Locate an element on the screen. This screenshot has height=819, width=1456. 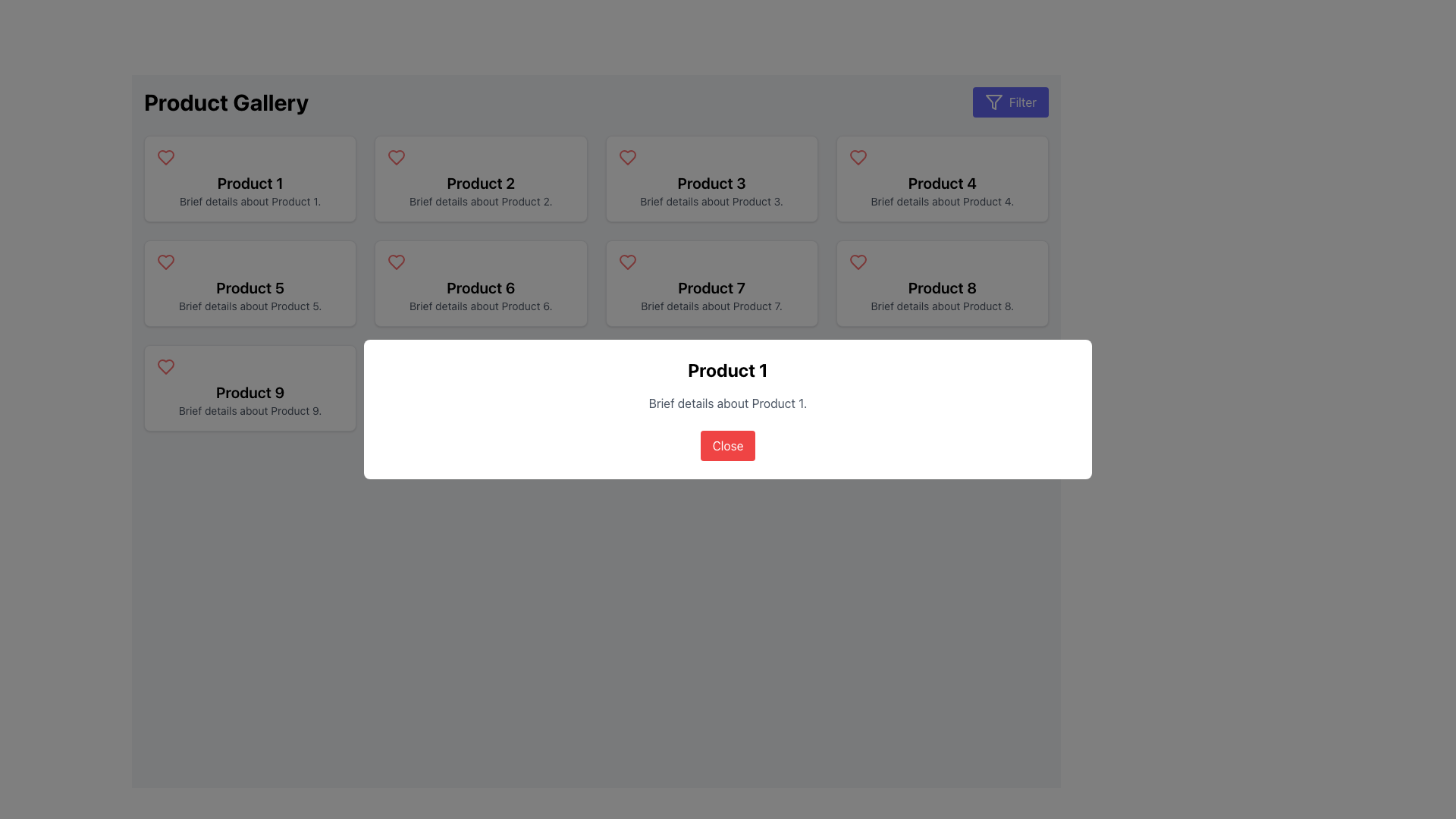
the heart-shaped icon with an outlined design in red color located at the upper-left corner of the 'Product 6' card is located at coordinates (397, 262).